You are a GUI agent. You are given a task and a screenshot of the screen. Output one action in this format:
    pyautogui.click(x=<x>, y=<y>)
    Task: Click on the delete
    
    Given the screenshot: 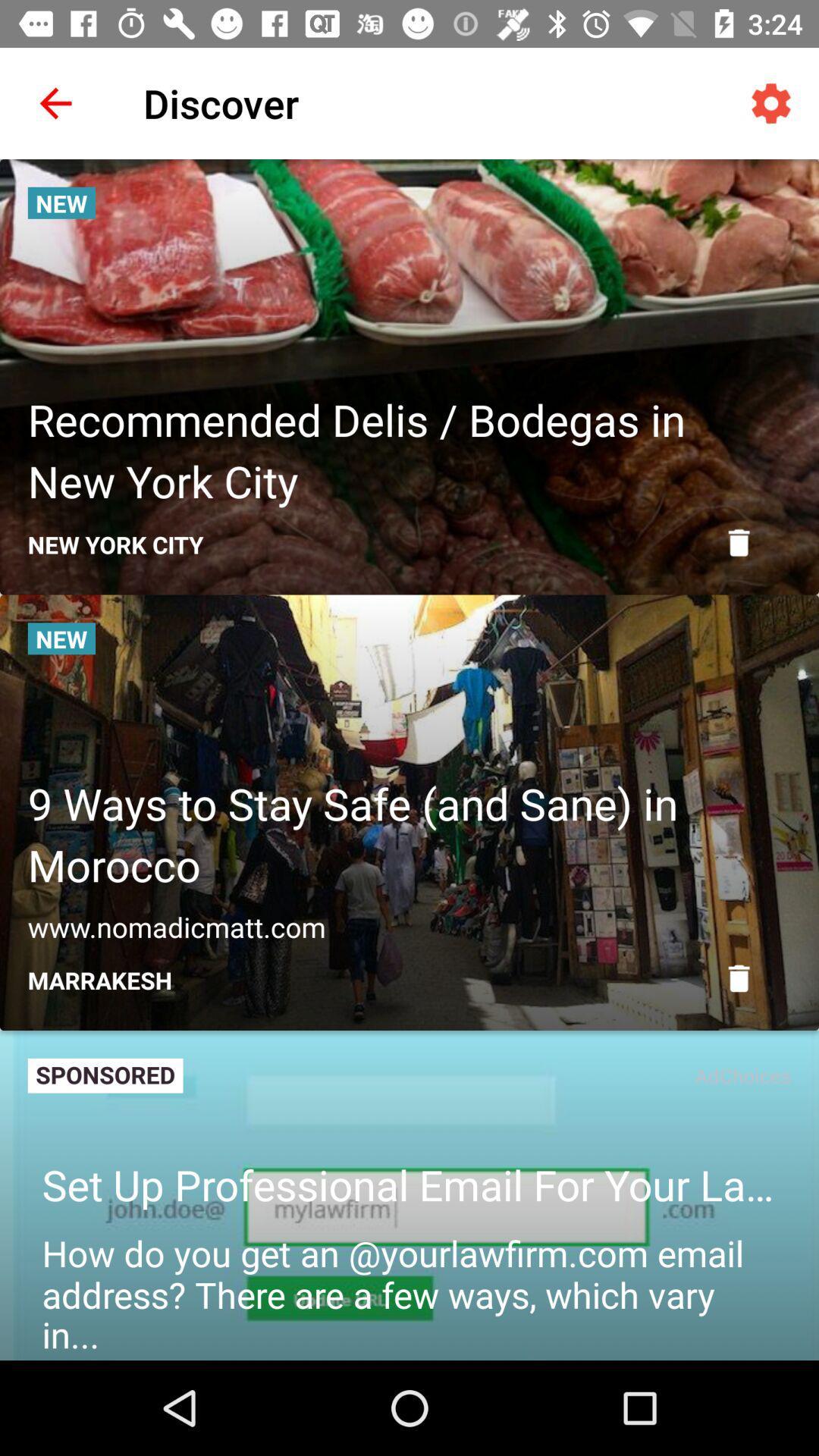 What is the action you would take?
    pyautogui.click(x=738, y=978)
    